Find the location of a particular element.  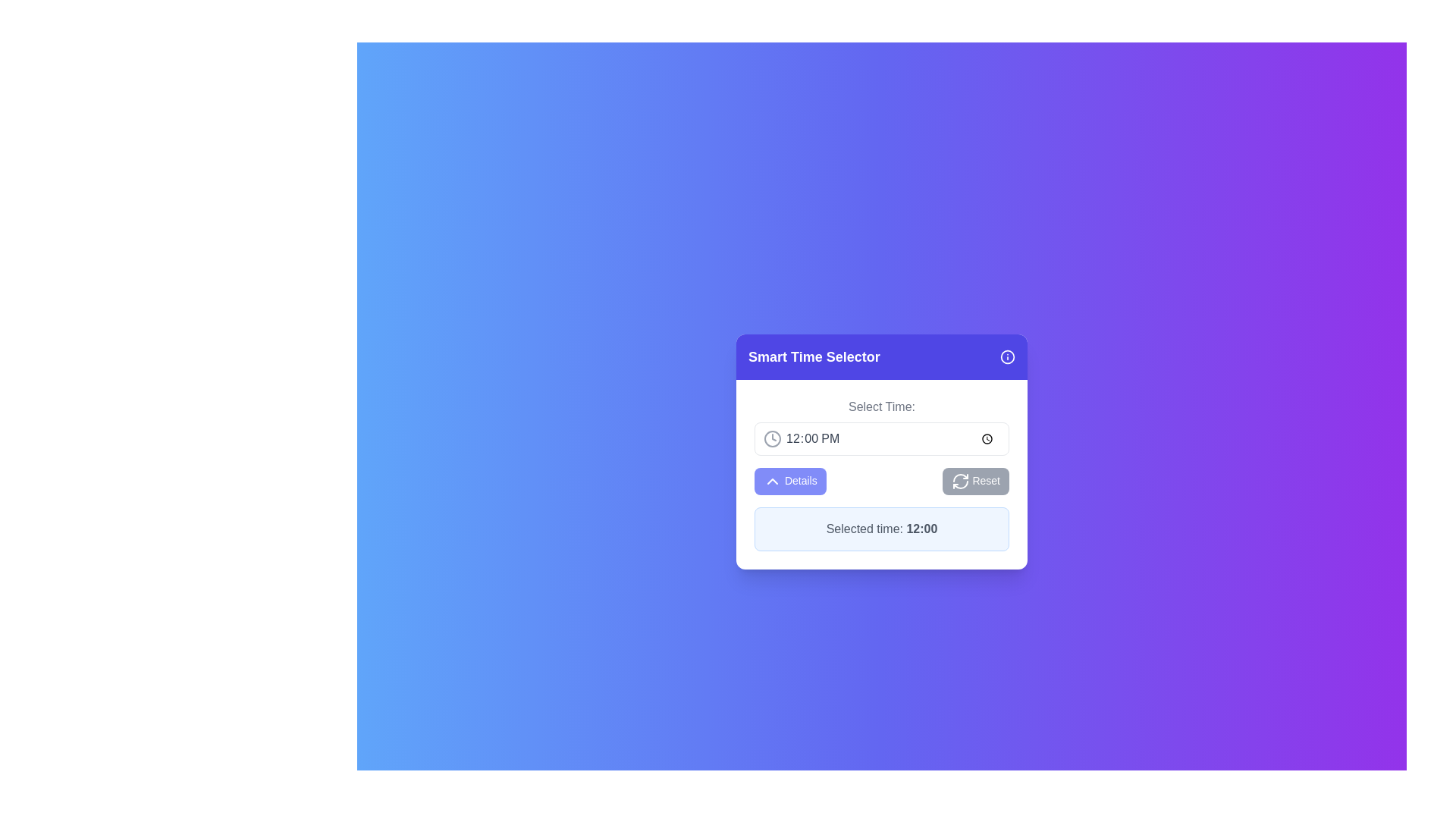

displayed time information from the Informational label box located at the bottom of the interface, beneath the 'Details' and 'Reset' buttons is located at coordinates (881, 529).